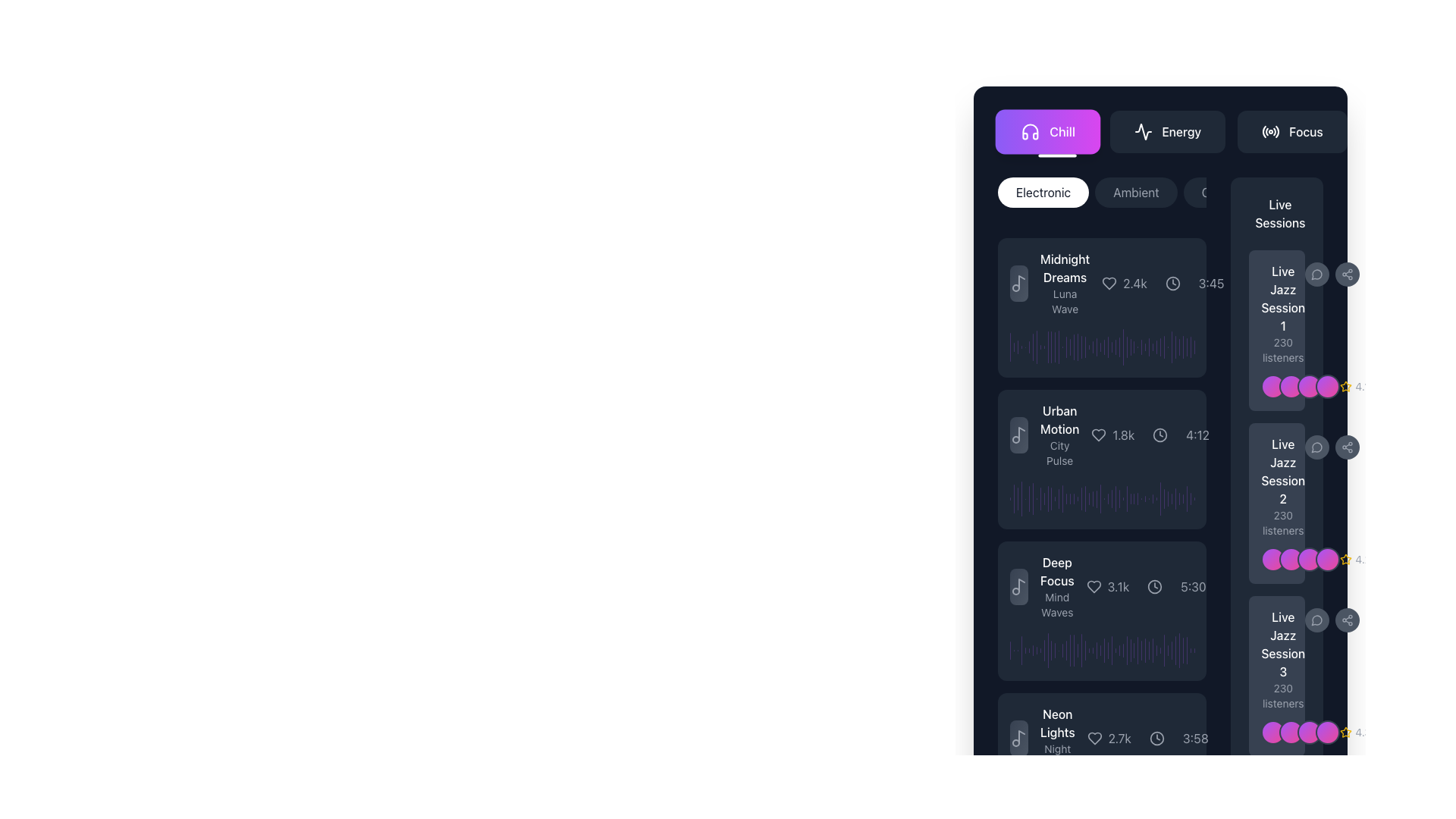 The width and height of the screenshot is (1456, 819). What do you see at coordinates (1291, 385) in the screenshot?
I see `the second circular decorative element representing a user or status, located next to the 'Live Jazz Session 1' block` at bounding box center [1291, 385].